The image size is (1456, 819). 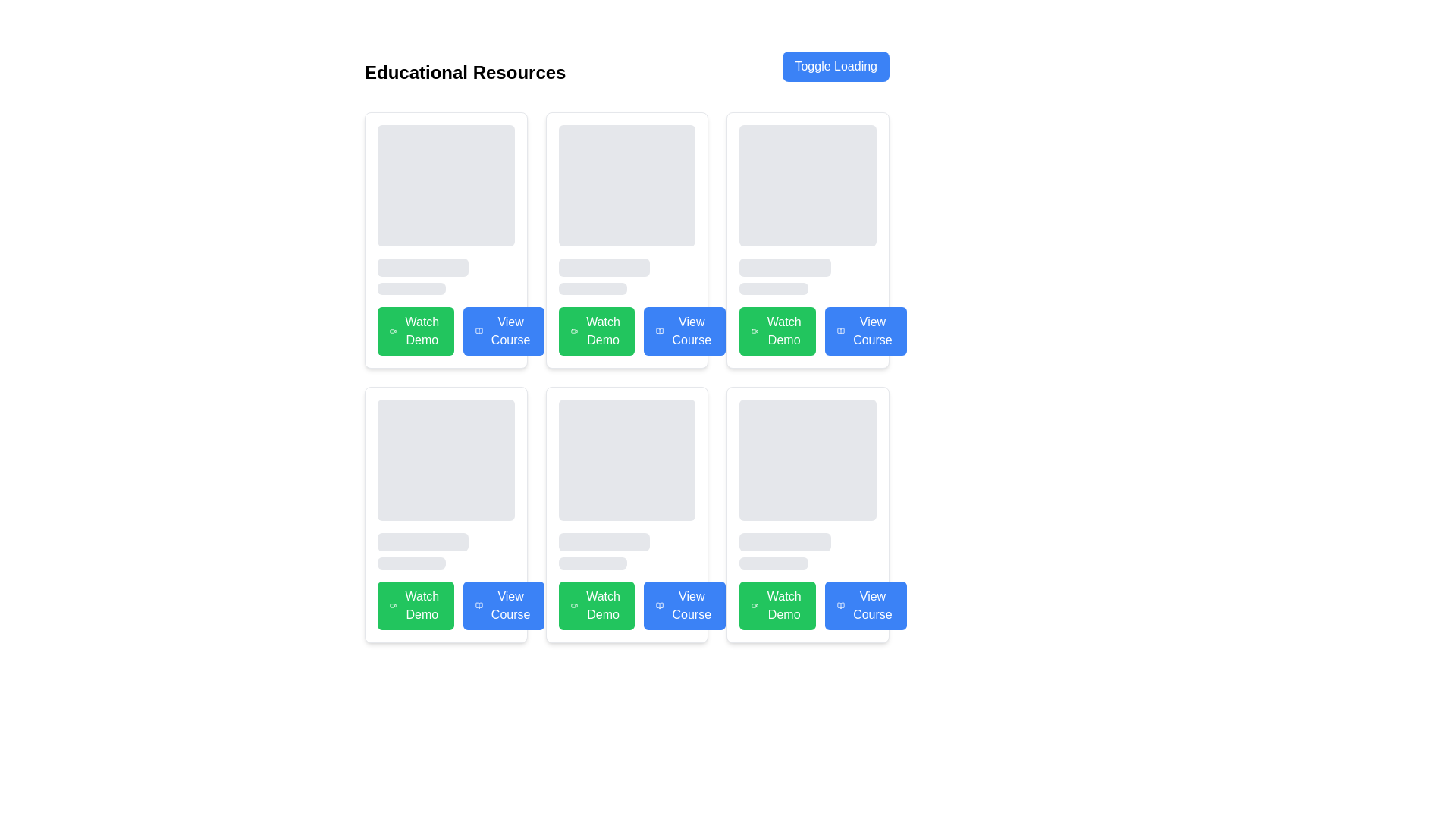 What do you see at coordinates (840, 330) in the screenshot?
I see `the left-aligned icon within the blue button labeled 'View Course' in the second column of the first row of the grid layout` at bounding box center [840, 330].